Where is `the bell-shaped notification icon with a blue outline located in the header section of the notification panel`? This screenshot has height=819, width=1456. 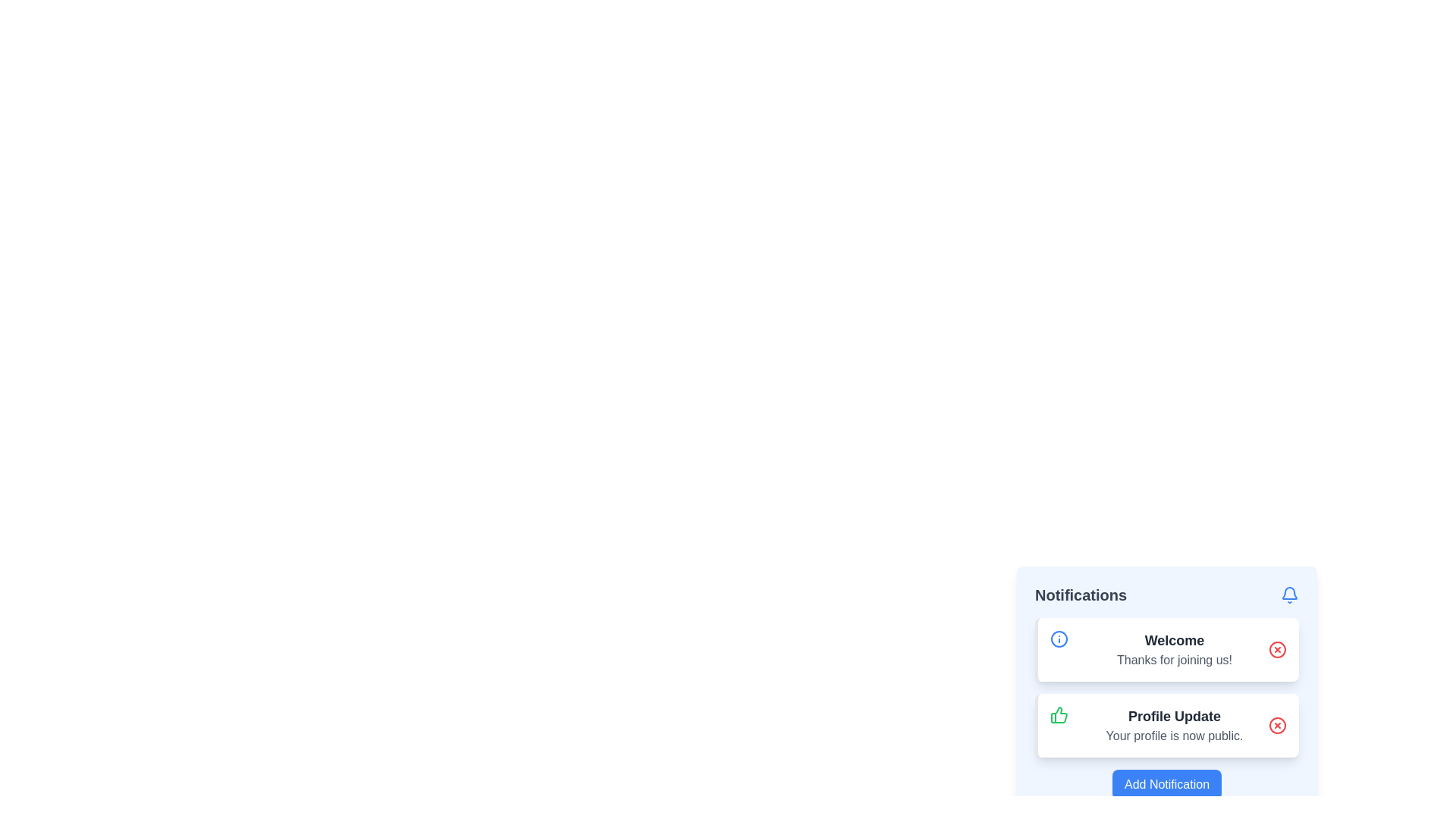 the bell-shaped notification icon with a blue outline located in the header section of the notification panel is located at coordinates (1288, 595).